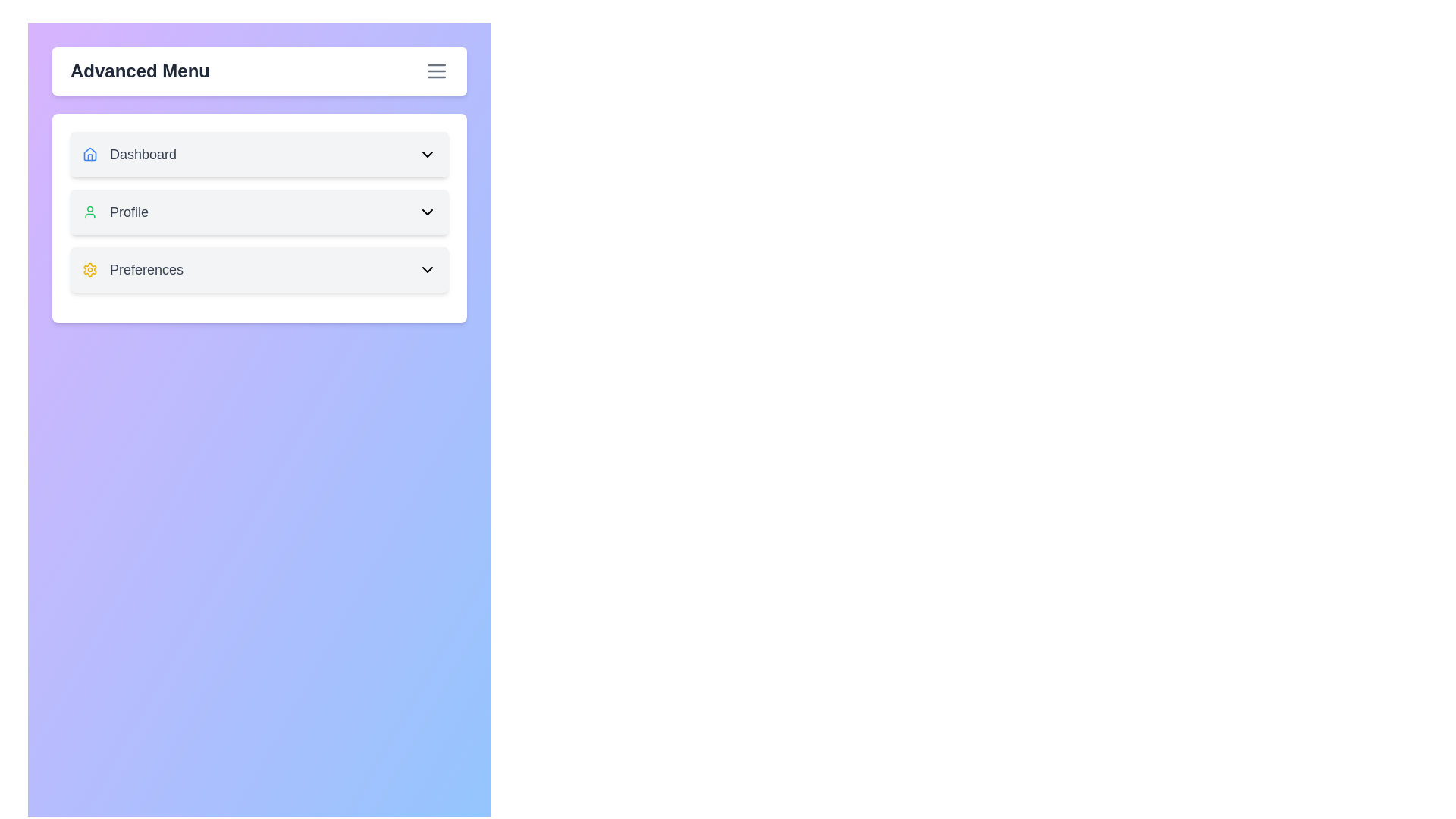  Describe the element at coordinates (427, 268) in the screenshot. I see `the downward chevron icon located at the top-right corner of the 'Preferences' list item` at that location.